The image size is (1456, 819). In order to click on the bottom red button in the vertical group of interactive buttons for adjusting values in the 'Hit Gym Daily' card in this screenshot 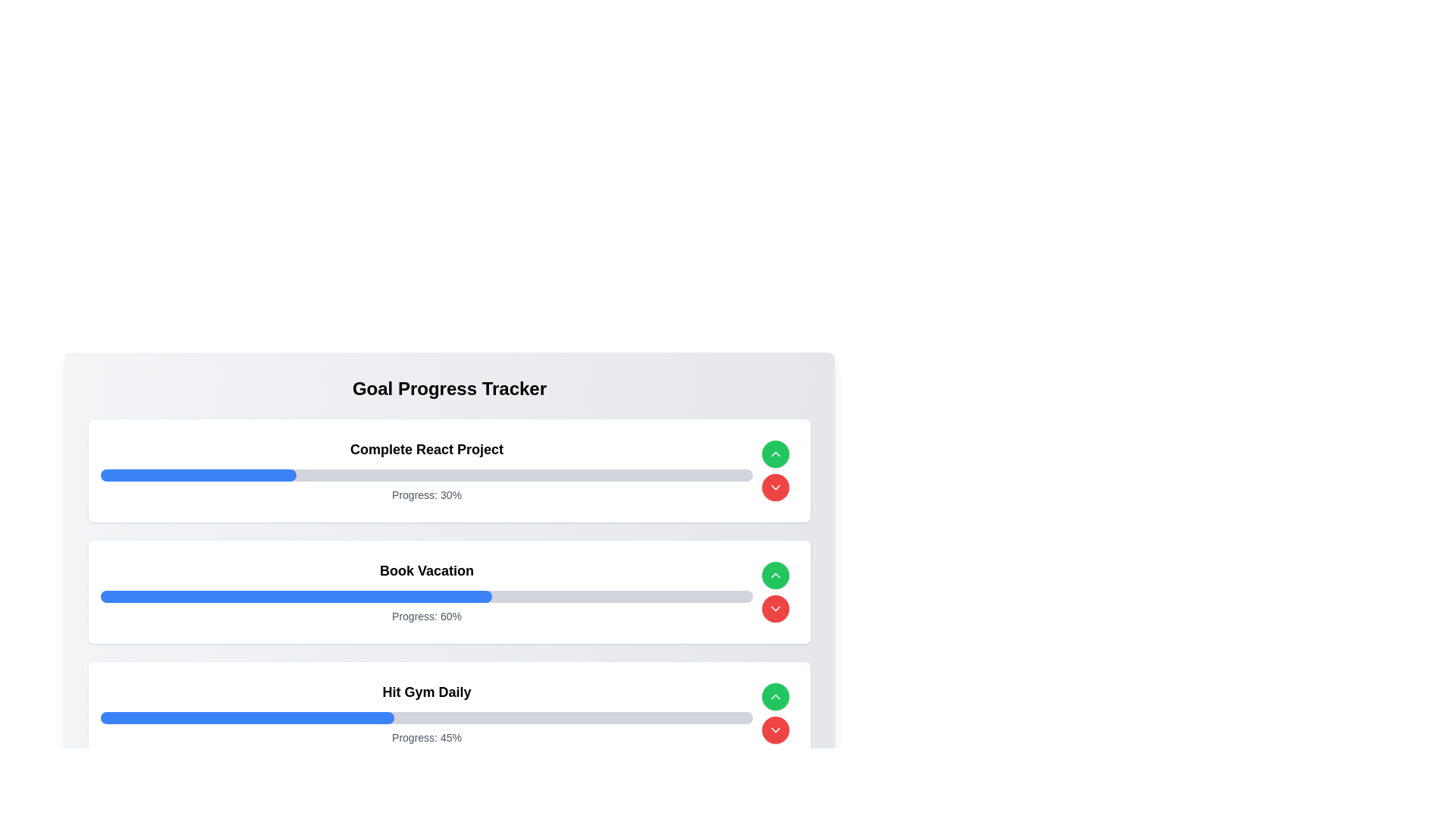, I will do `click(775, 714)`.